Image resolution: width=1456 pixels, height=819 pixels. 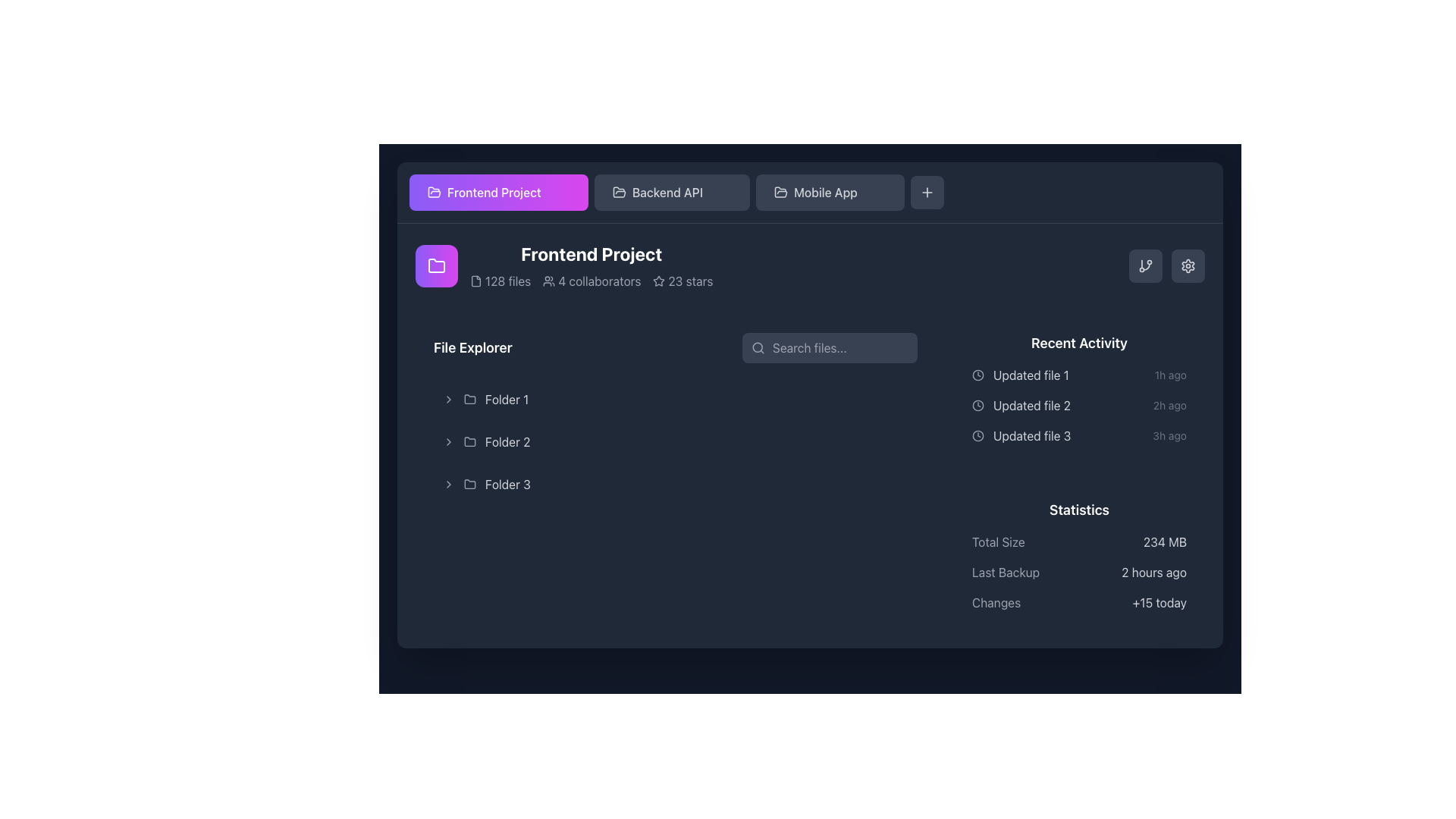 What do you see at coordinates (781, 192) in the screenshot?
I see `the 'Mobile App' icon located on the leftmost side of the 'Mobile App' component` at bounding box center [781, 192].